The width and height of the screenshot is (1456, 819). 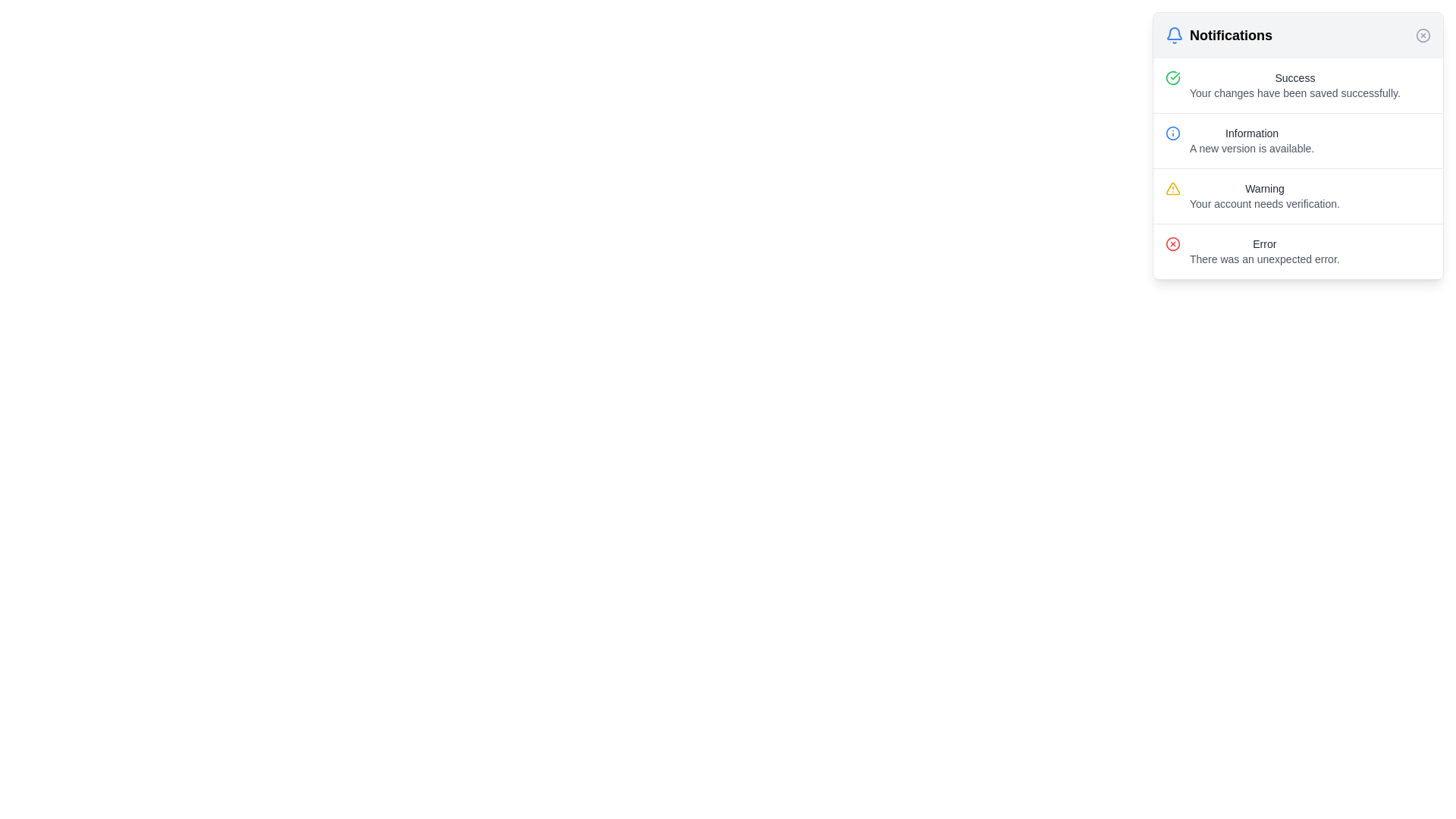 I want to click on the Text Label displaying 'A new version is available.' located underneath the 'Information' label in the notifications panel, so click(x=1252, y=149).